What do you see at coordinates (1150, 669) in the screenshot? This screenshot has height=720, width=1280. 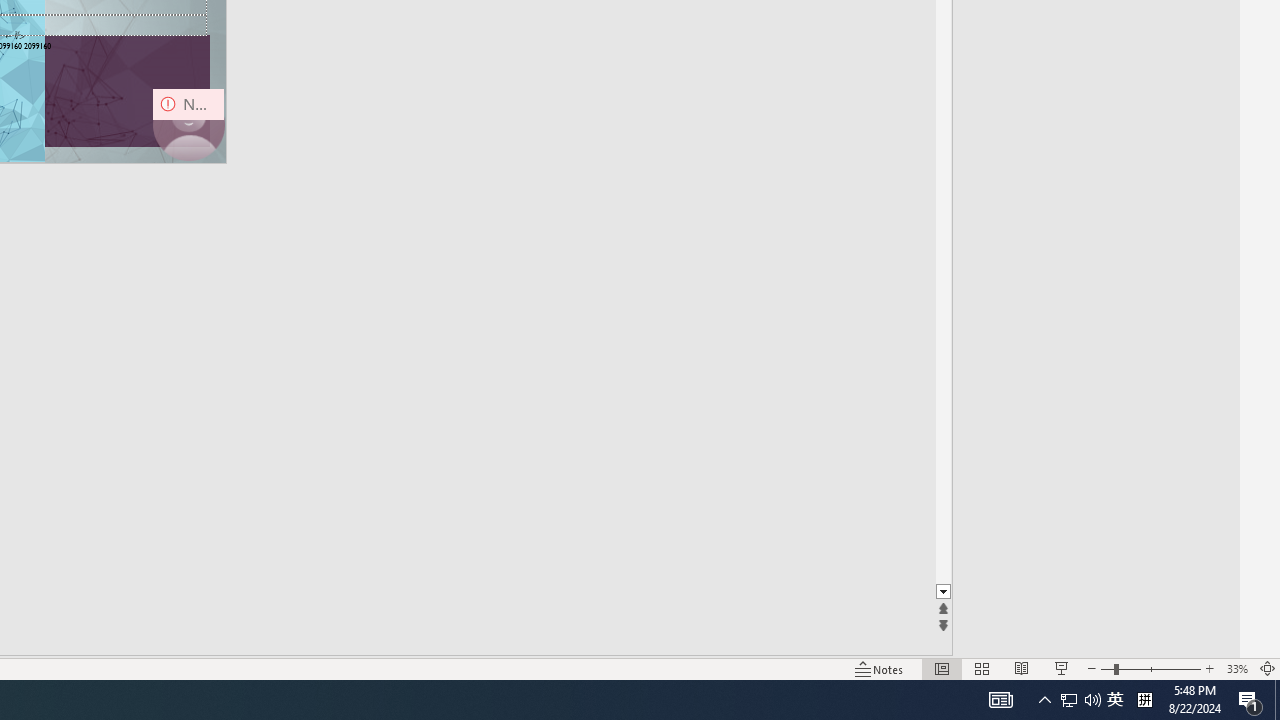 I see `'Zoom'` at bounding box center [1150, 669].